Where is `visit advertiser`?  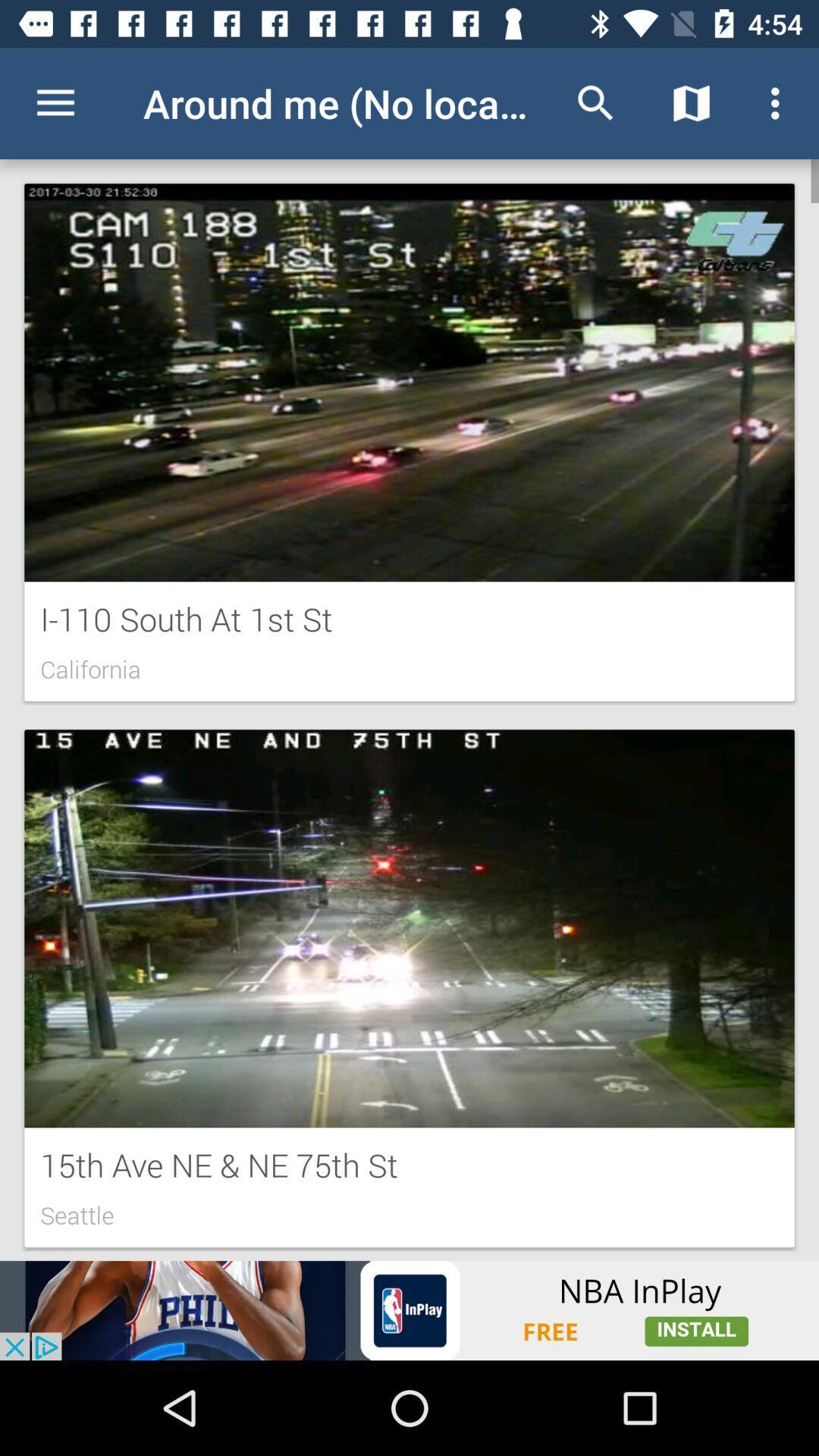
visit advertiser is located at coordinates (409, 1310).